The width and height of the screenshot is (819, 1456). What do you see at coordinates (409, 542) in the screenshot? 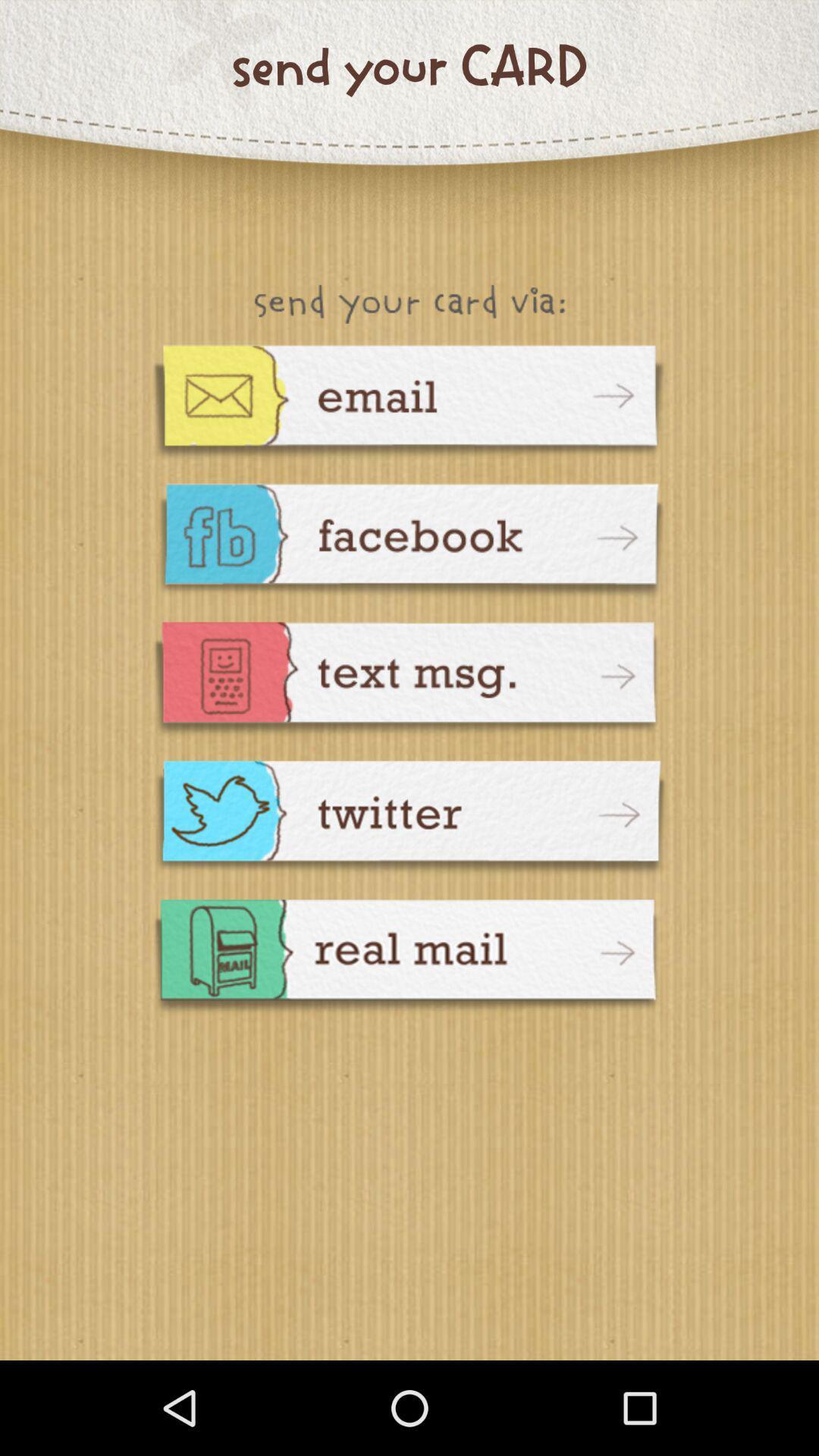
I see `facebook icon` at bounding box center [409, 542].